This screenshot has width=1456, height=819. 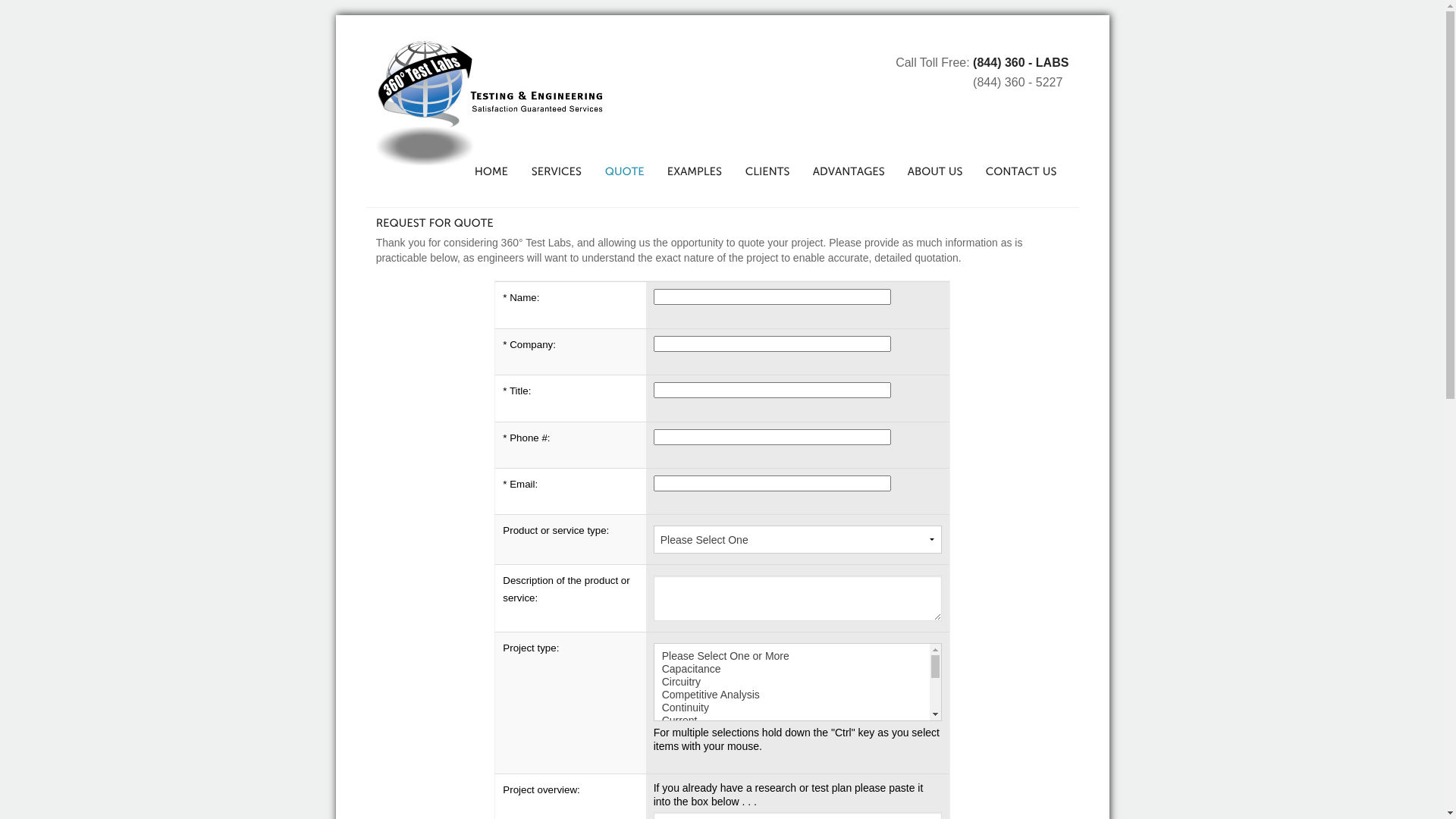 I want to click on 'Back Home', so click(x=490, y=102).